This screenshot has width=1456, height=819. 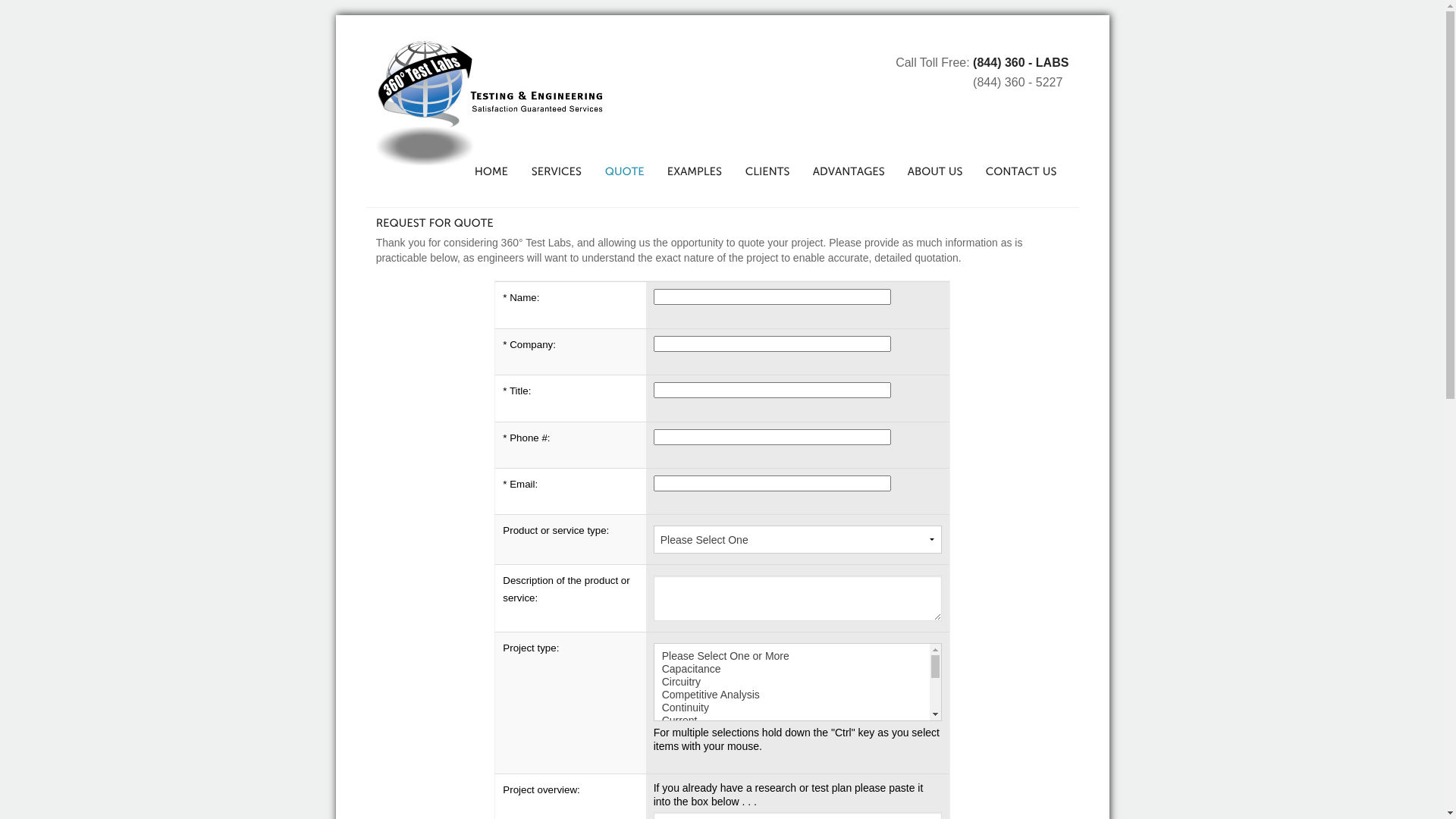 I want to click on 'Back Home', so click(x=490, y=102).